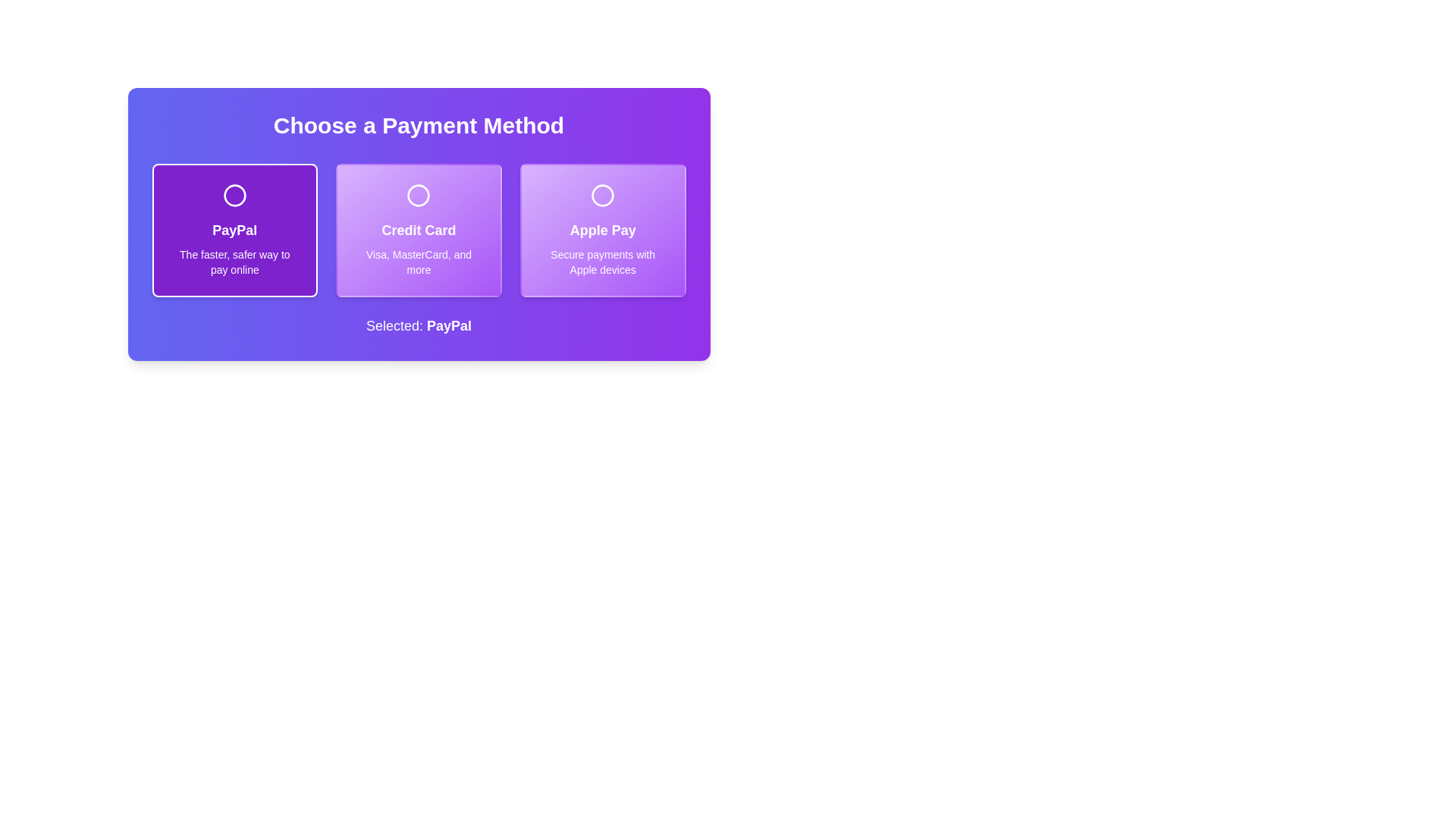 The height and width of the screenshot is (819, 1456). What do you see at coordinates (234, 262) in the screenshot?
I see `text element displaying 'The faster, safer way to pay online', which is styled in a smaller font size and centered below the title 'PayPal' within the PayPal card` at bounding box center [234, 262].